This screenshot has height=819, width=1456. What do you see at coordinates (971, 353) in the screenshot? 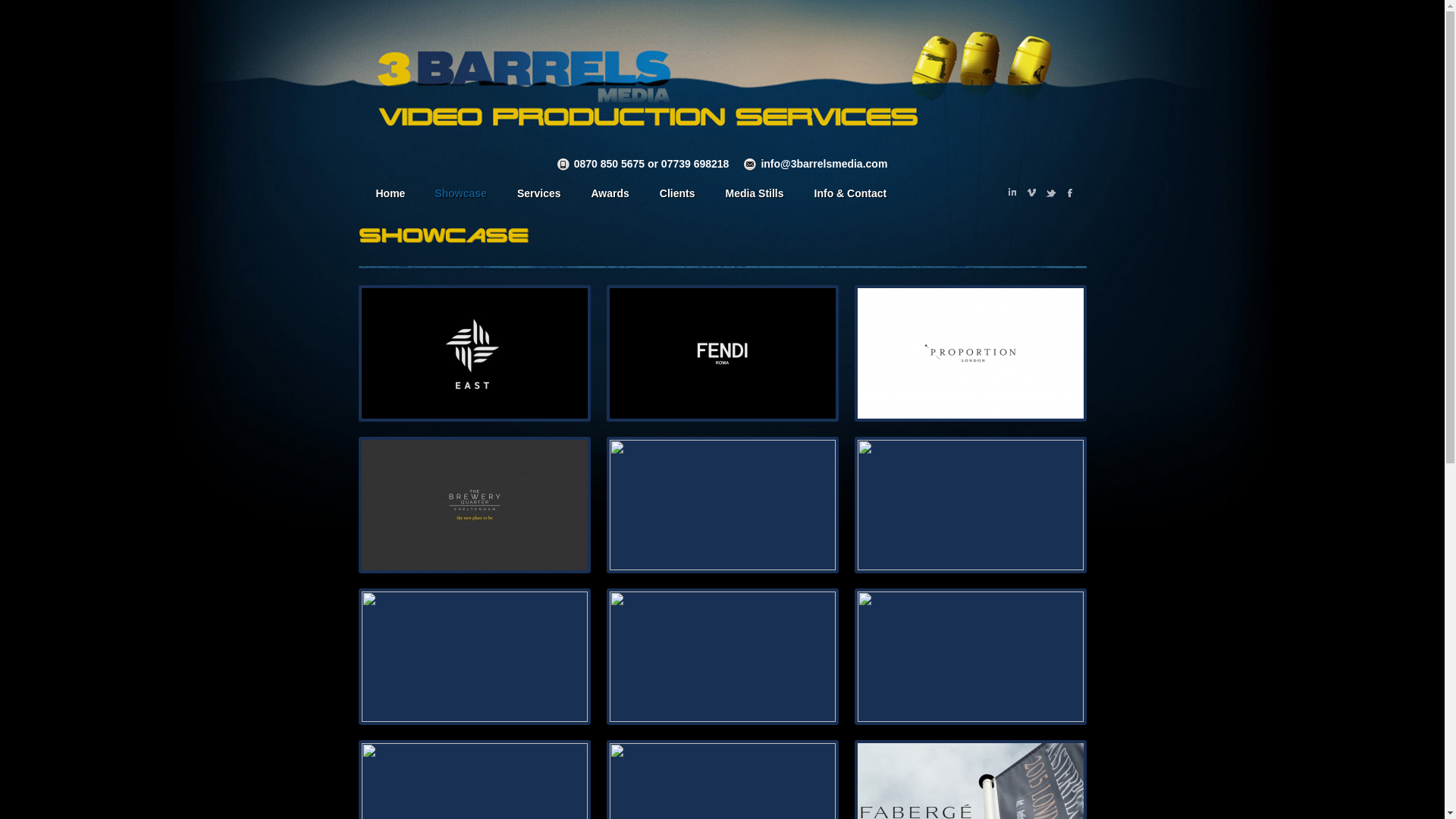
I see `'Proportion London'` at bounding box center [971, 353].